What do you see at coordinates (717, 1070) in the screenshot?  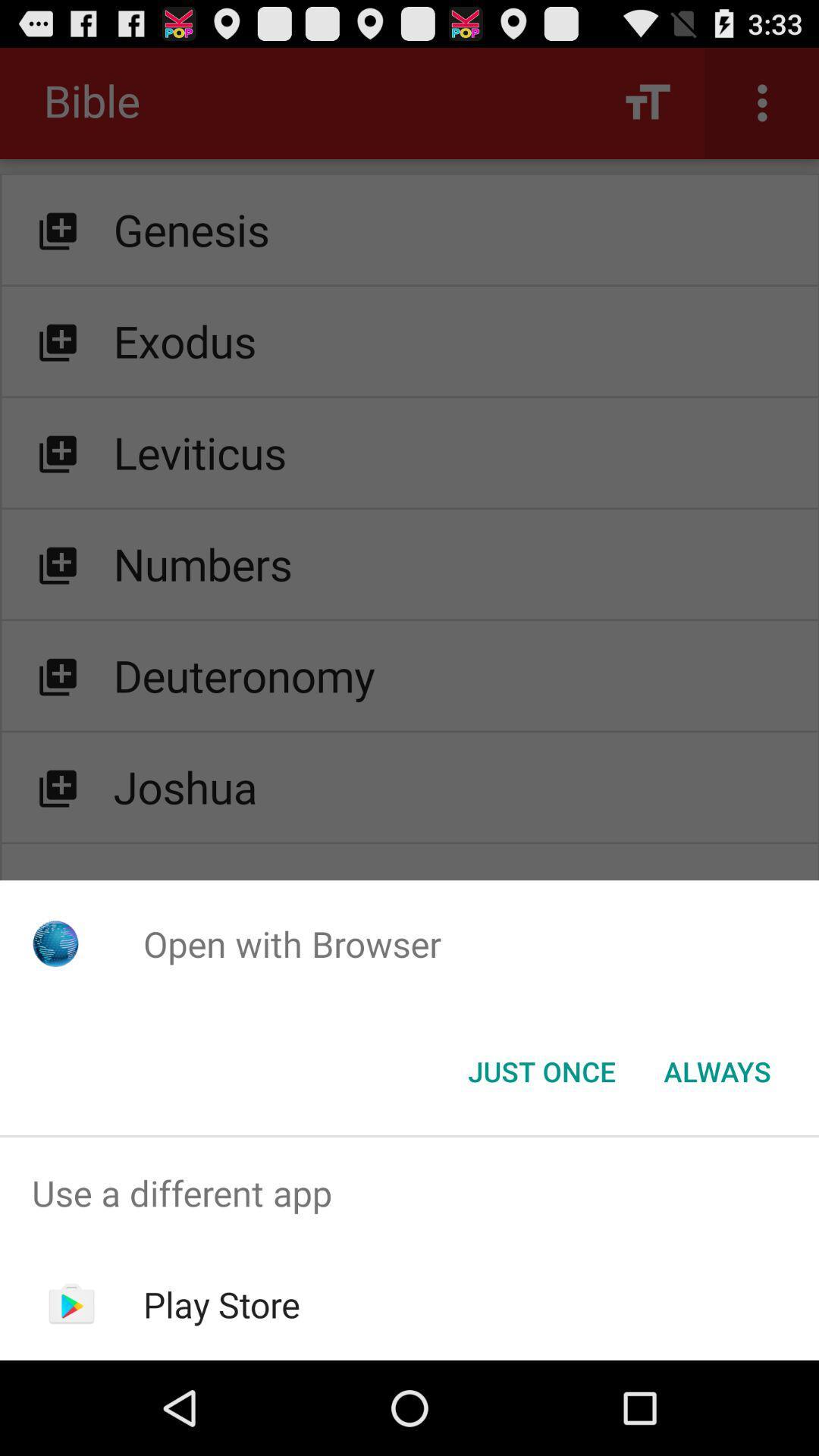 I see `always button` at bounding box center [717, 1070].